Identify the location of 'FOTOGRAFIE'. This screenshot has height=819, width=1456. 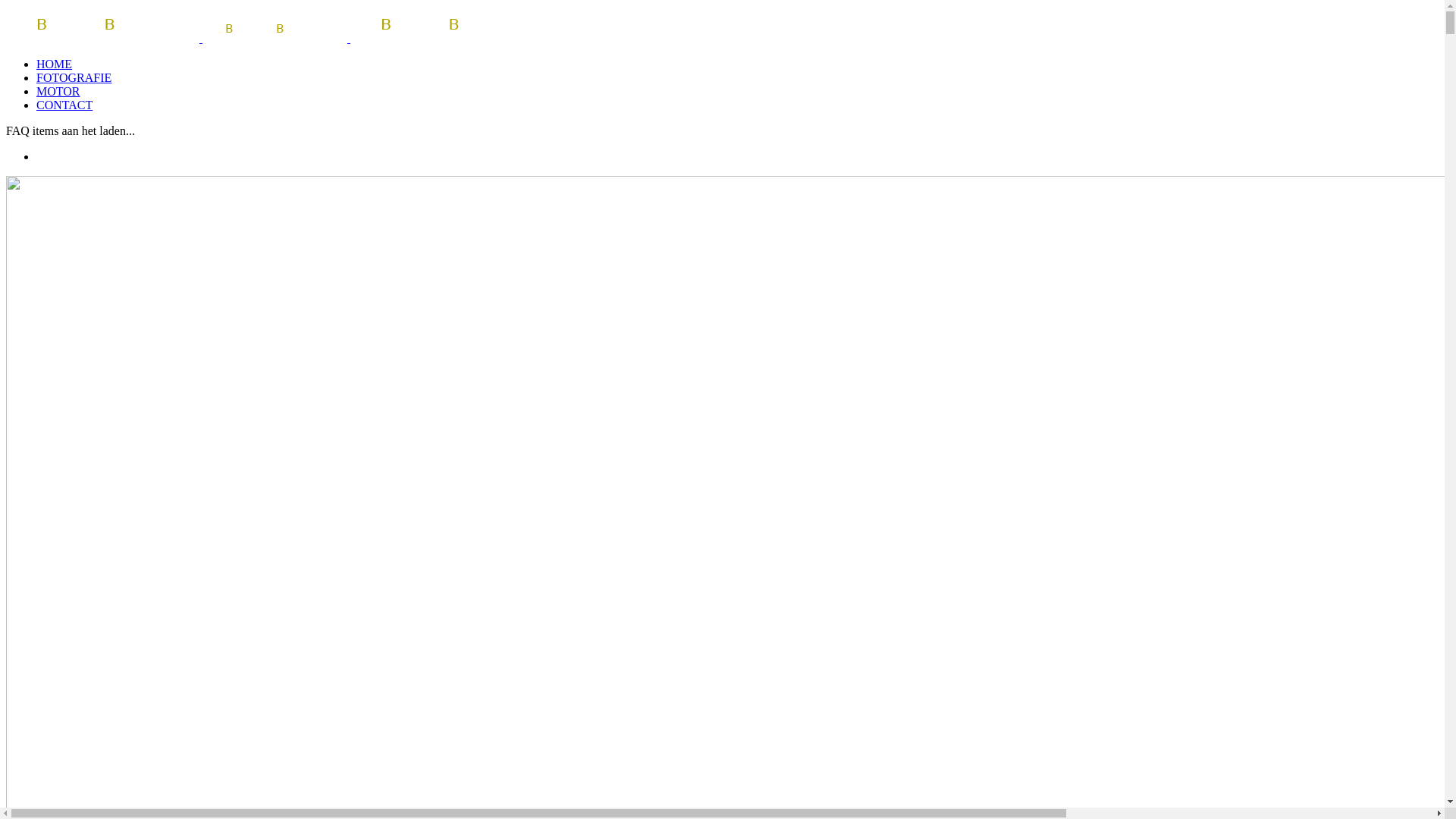
(73, 77).